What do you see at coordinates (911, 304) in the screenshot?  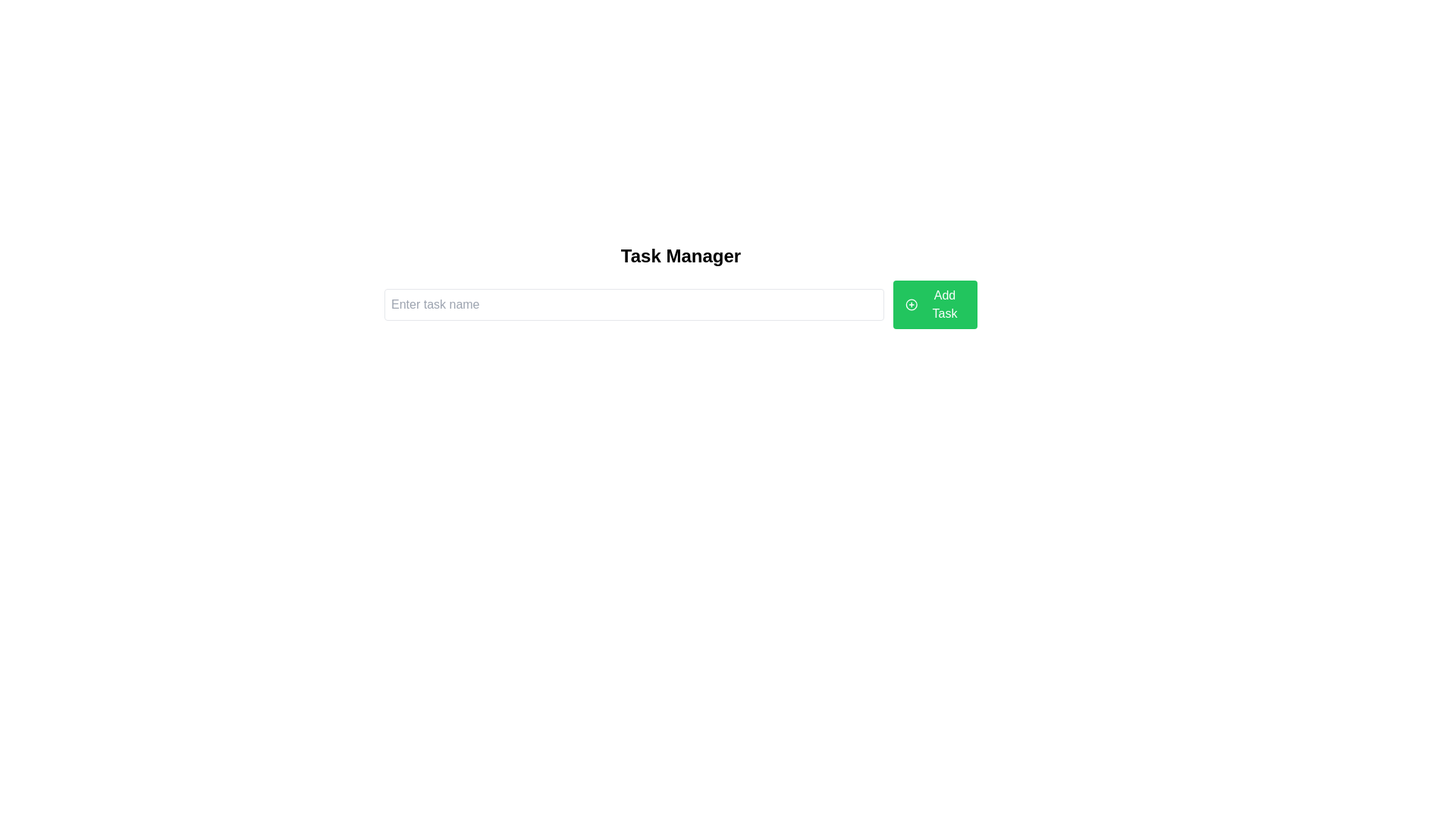 I see `circular icon with a plus sign inside, which is part of the 'Add Task' green button, located on the right side of the header` at bounding box center [911, 304].